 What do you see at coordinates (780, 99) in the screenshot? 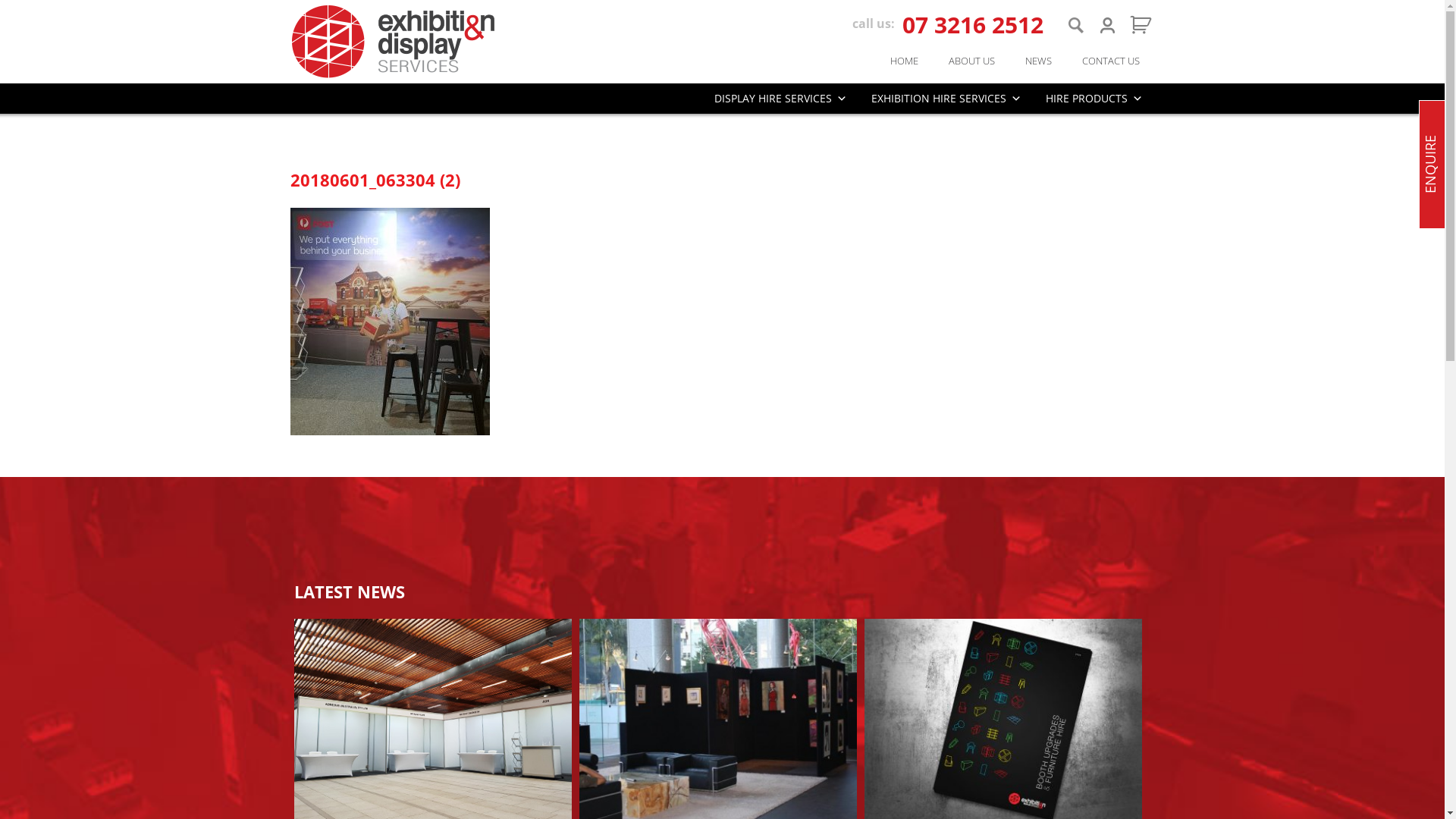
I see `'DISPLAY HIRE SERVICES'` at bounding box center [780, 99].